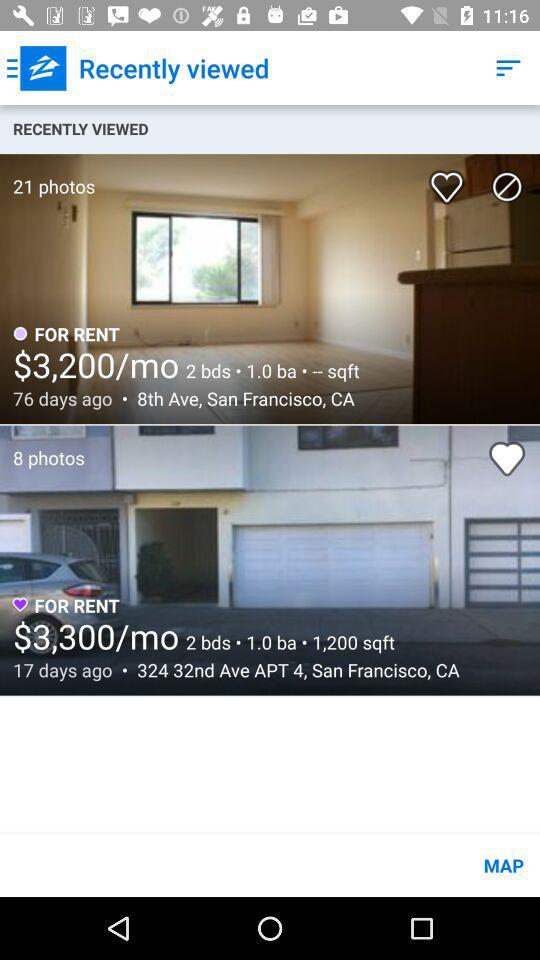 The width and height of the screenshot is (540, 960). Describe the element at coordinates (47, 175) in the screenshot. I see `icon below recently viewed icon` at that location.